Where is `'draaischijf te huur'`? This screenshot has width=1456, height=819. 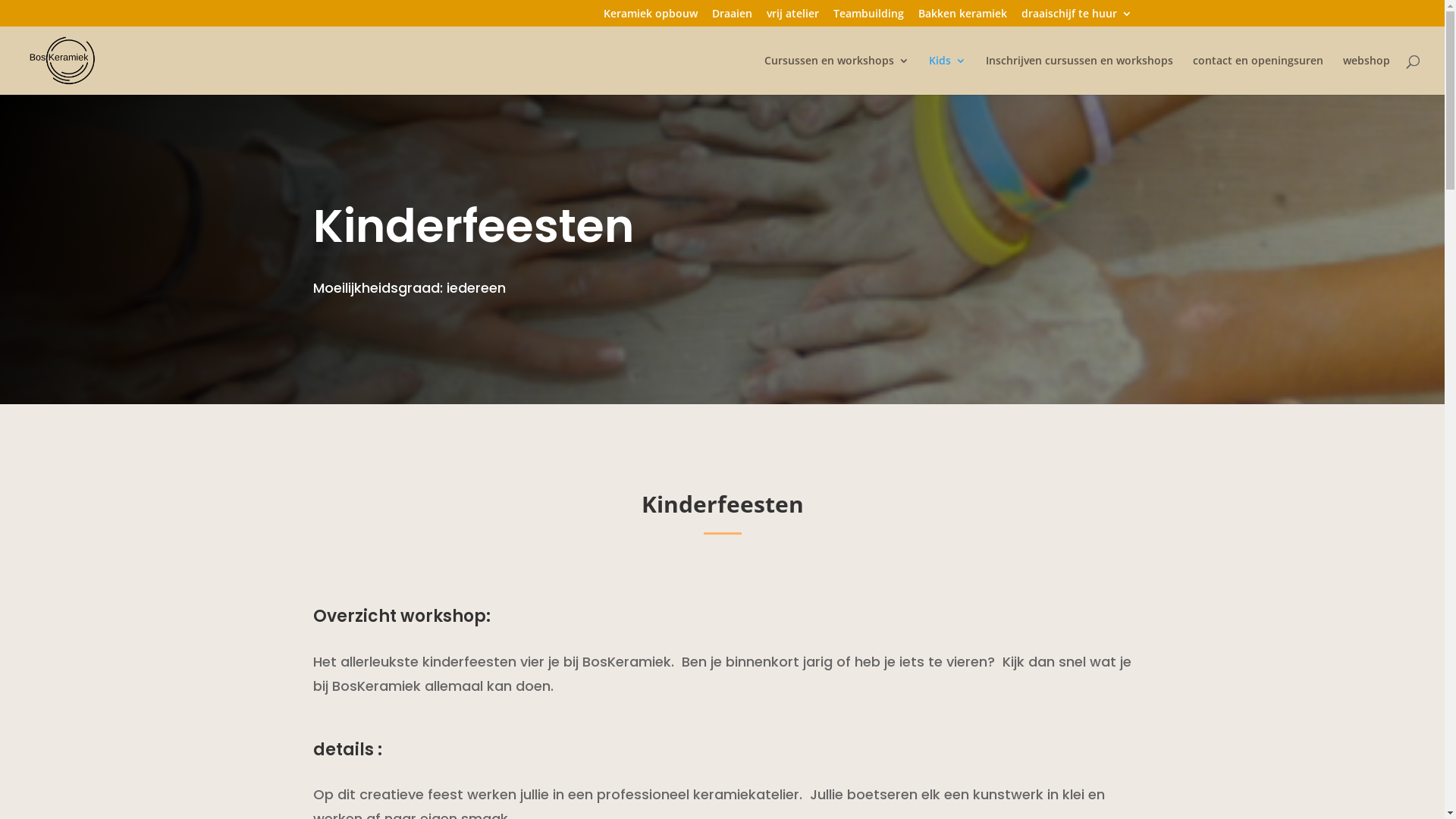
'draaischijf te huur' is located at coordinates (1075, 17).